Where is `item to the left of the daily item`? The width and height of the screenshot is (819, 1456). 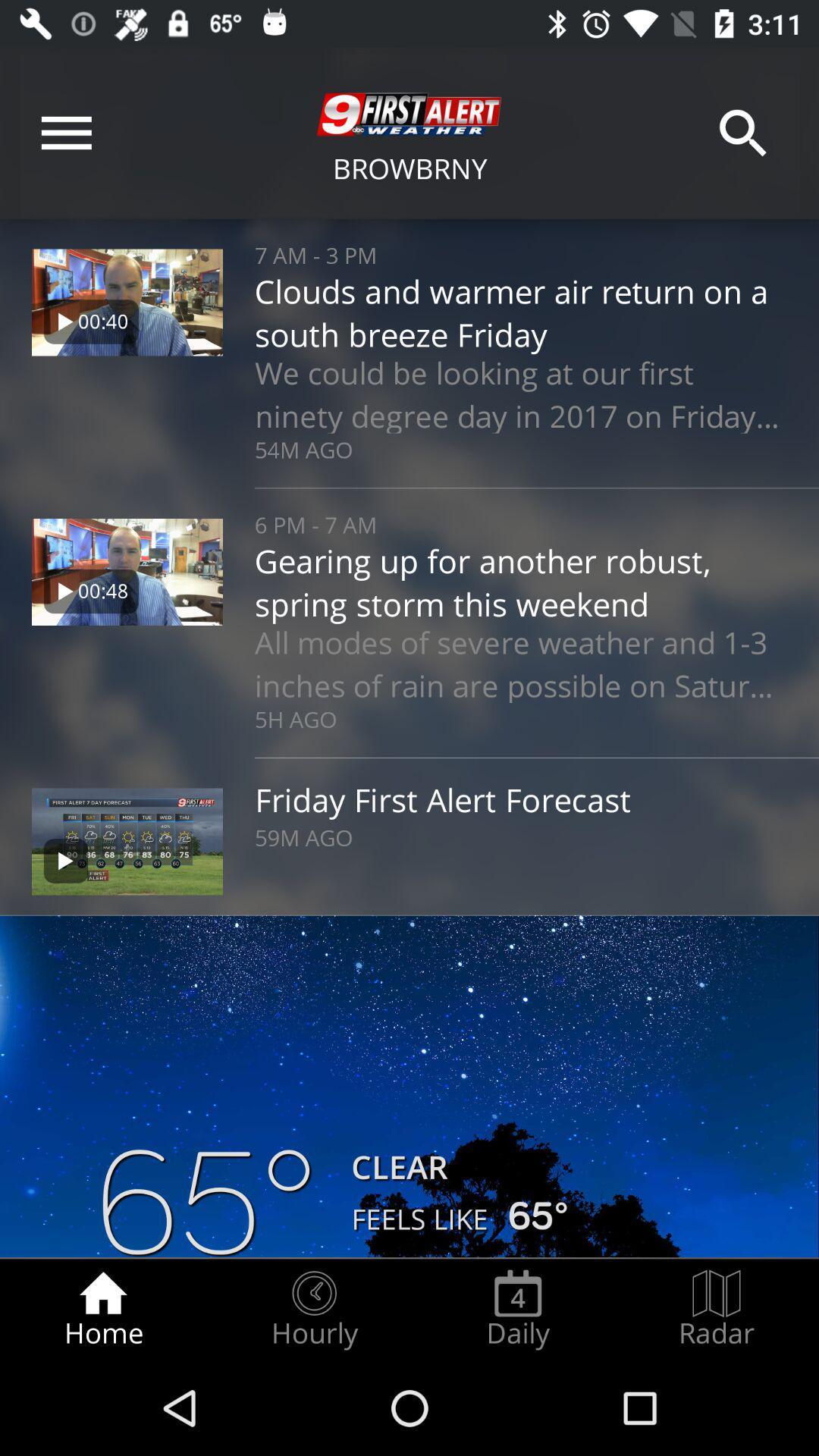
item to the left of the daily item is located at coordinates (313, 1309).